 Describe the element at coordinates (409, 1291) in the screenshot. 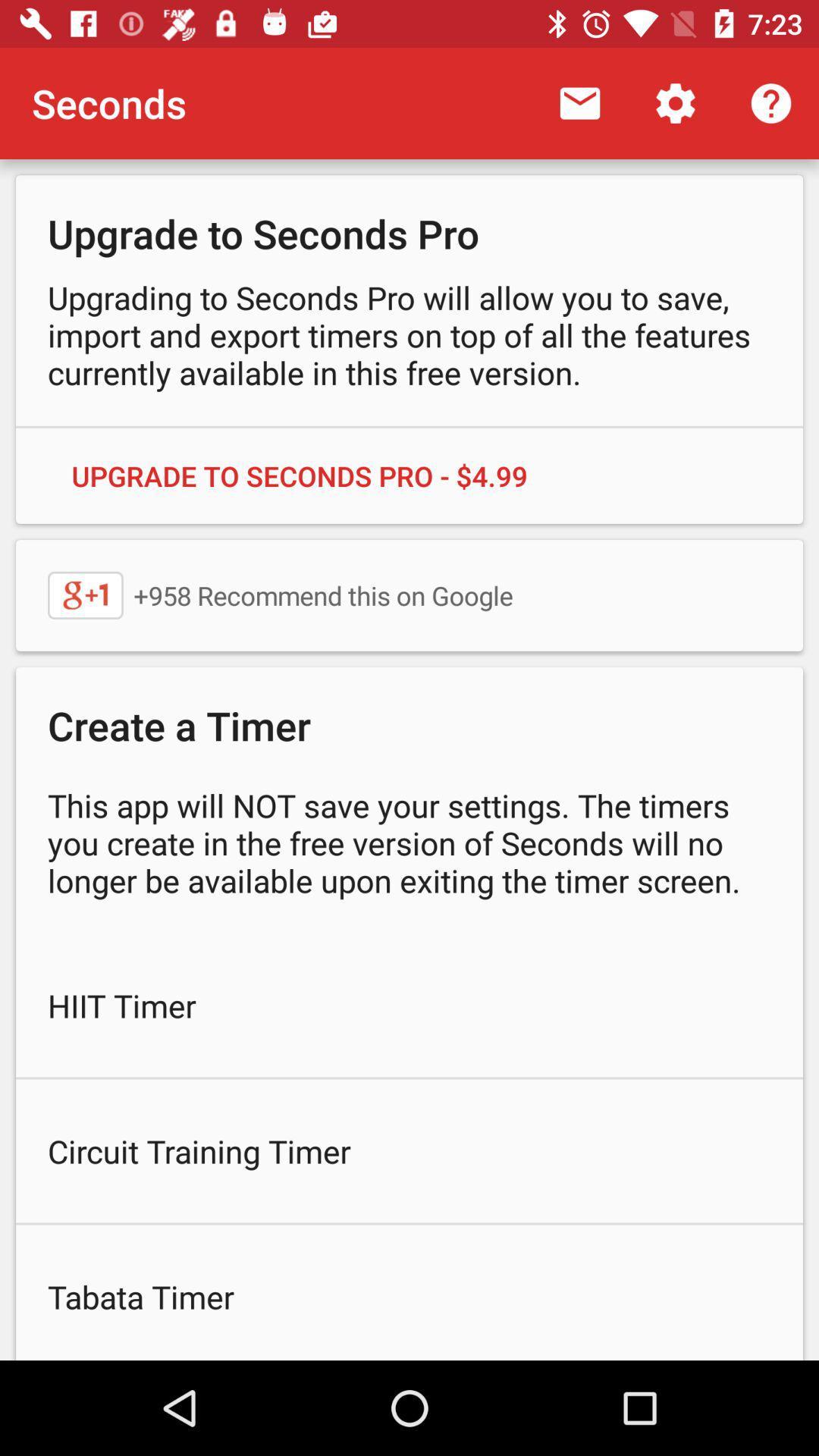

I see `tabata timer item` at that location.